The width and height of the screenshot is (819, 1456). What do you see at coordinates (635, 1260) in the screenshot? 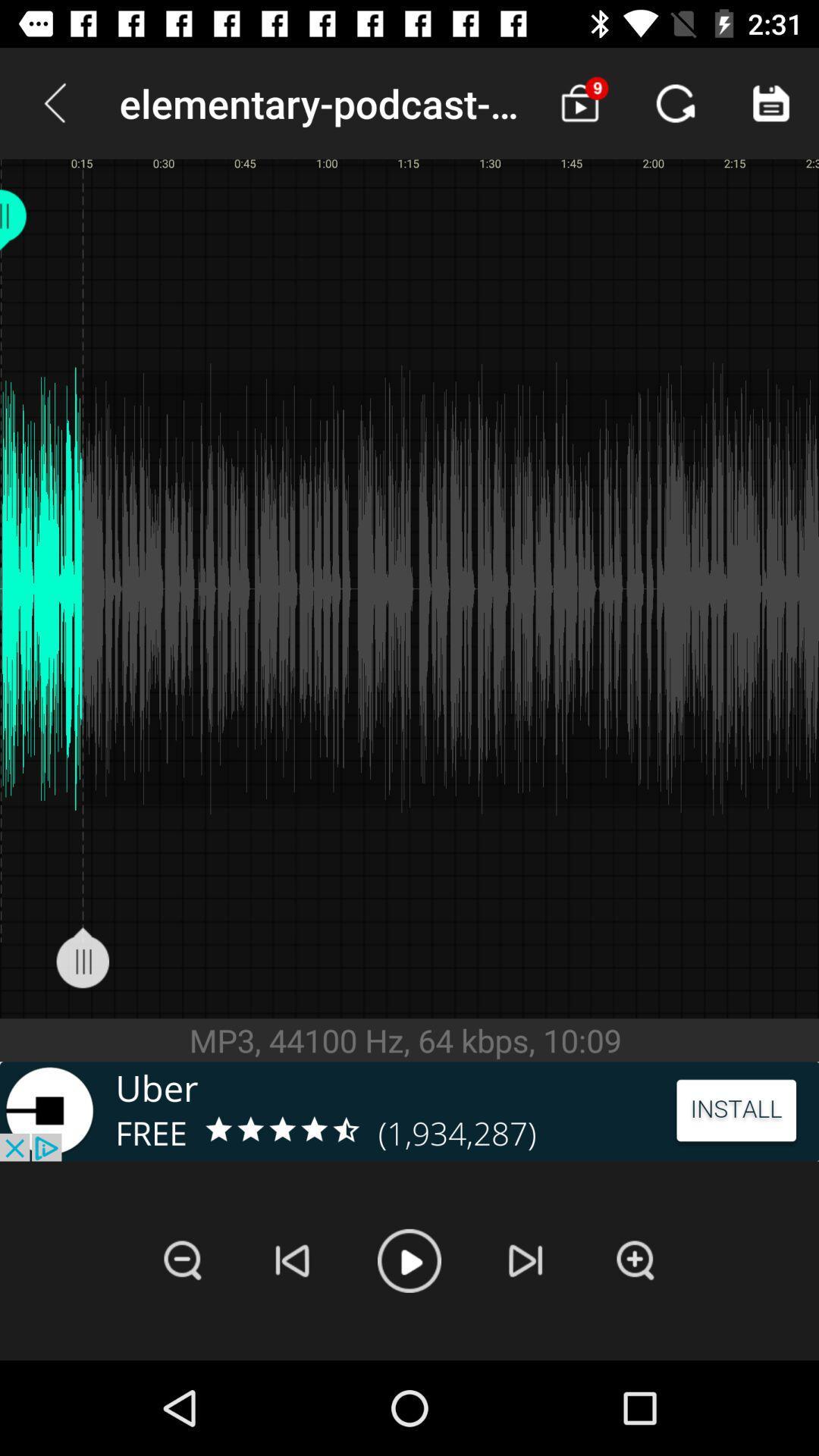
I see `zoom in` at bounding box center [635, 1260].